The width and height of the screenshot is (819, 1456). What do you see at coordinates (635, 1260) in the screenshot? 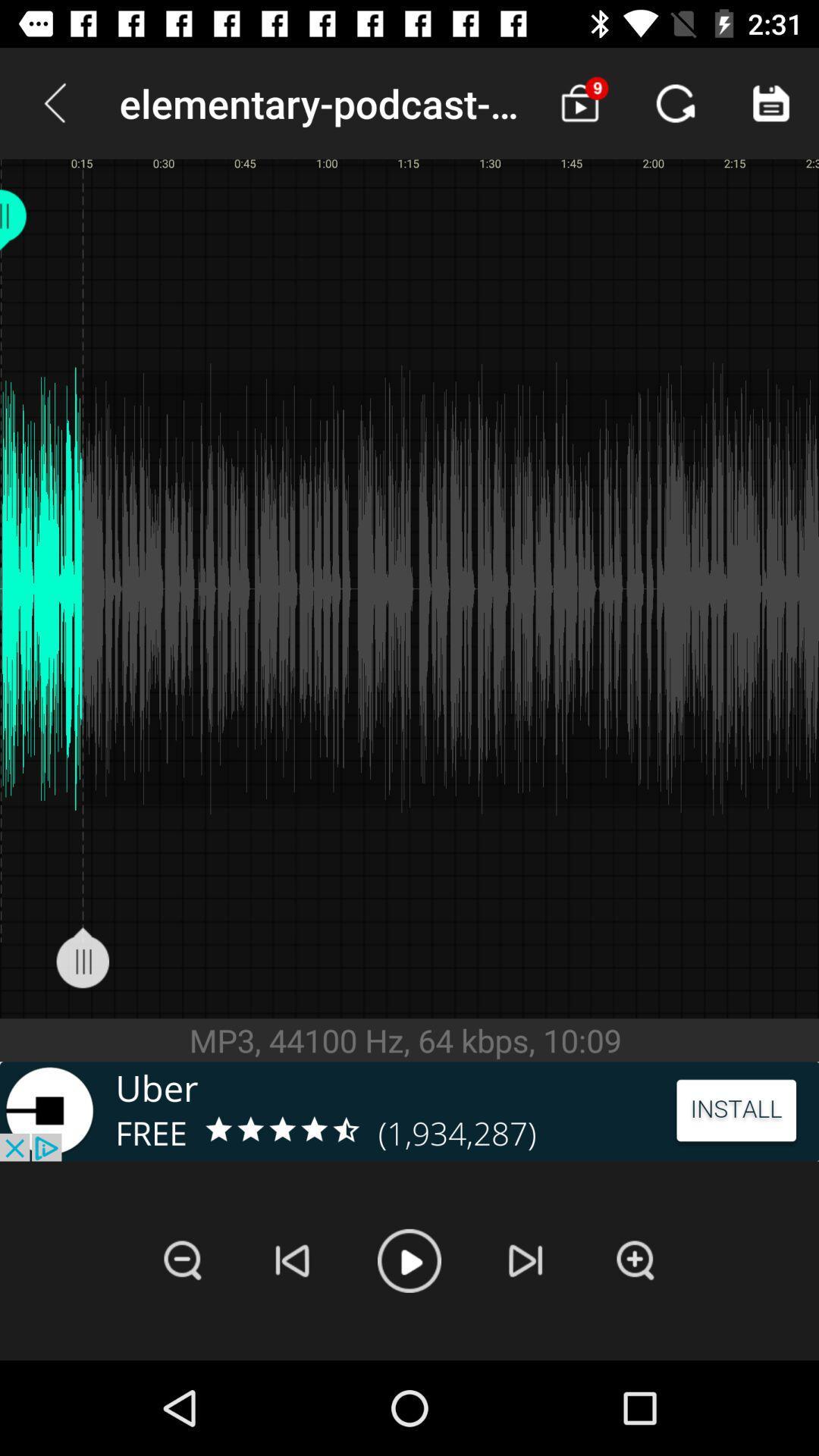
I see `zoom in` at bounding box center [635, 1260].